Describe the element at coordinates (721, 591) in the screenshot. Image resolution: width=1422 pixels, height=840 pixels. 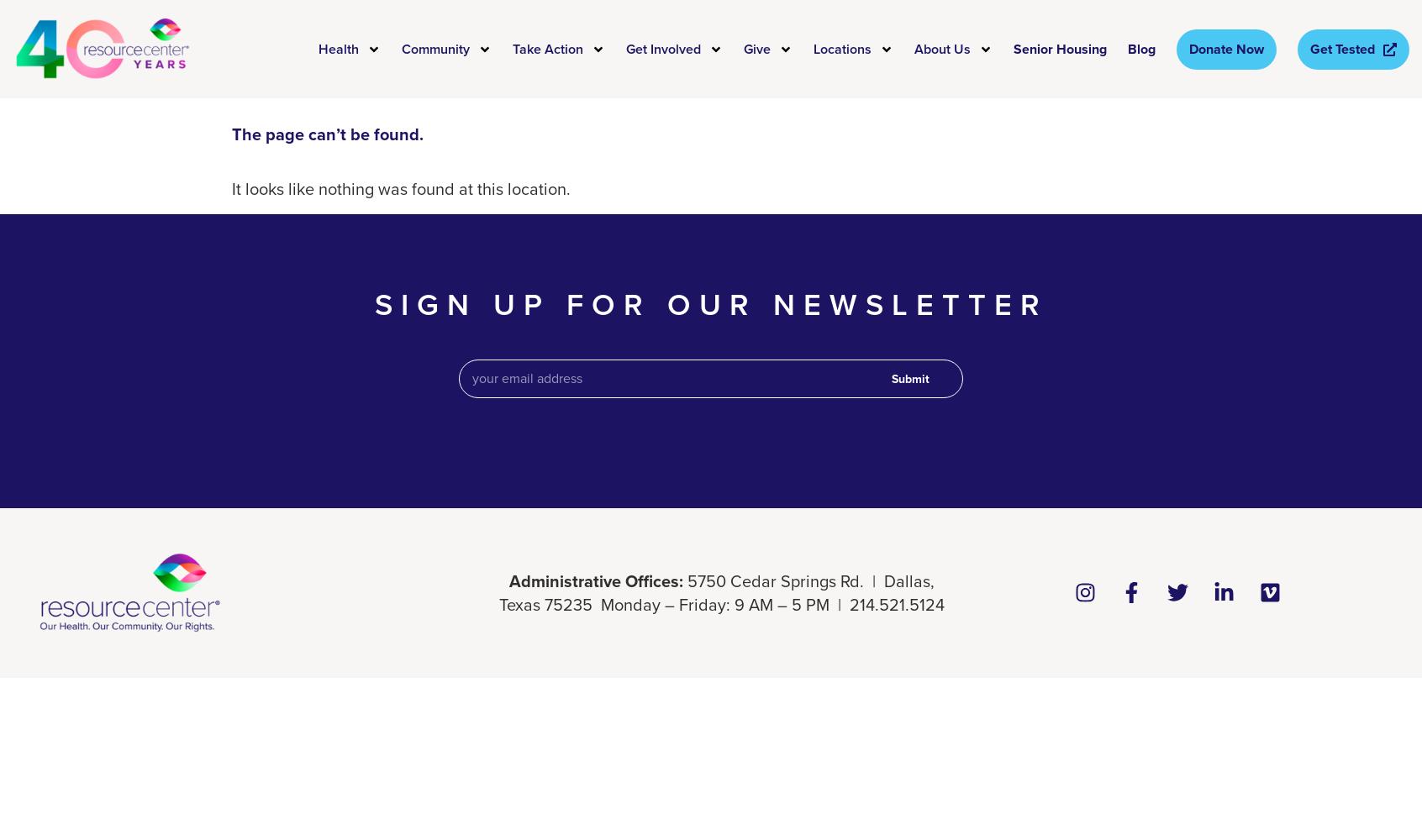
I see `'5750 Cedar Springs Rd.  |  Dallas, Texas 75235  Monday – Friday: 9 AM – 5 PM  |  214.521.5124'` at that location.